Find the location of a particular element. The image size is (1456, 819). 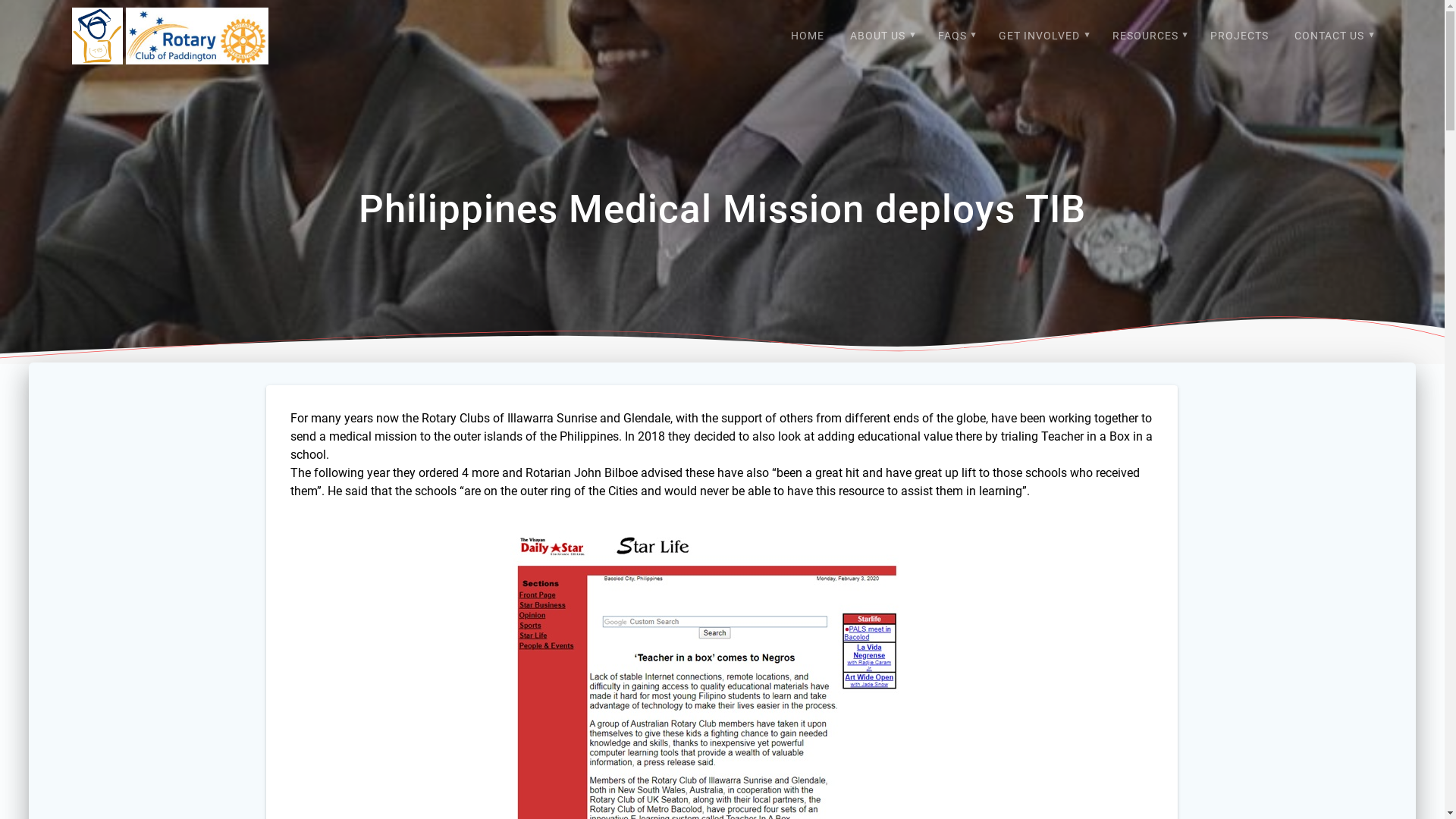

'HOME' is located at coordinates (807, 35).